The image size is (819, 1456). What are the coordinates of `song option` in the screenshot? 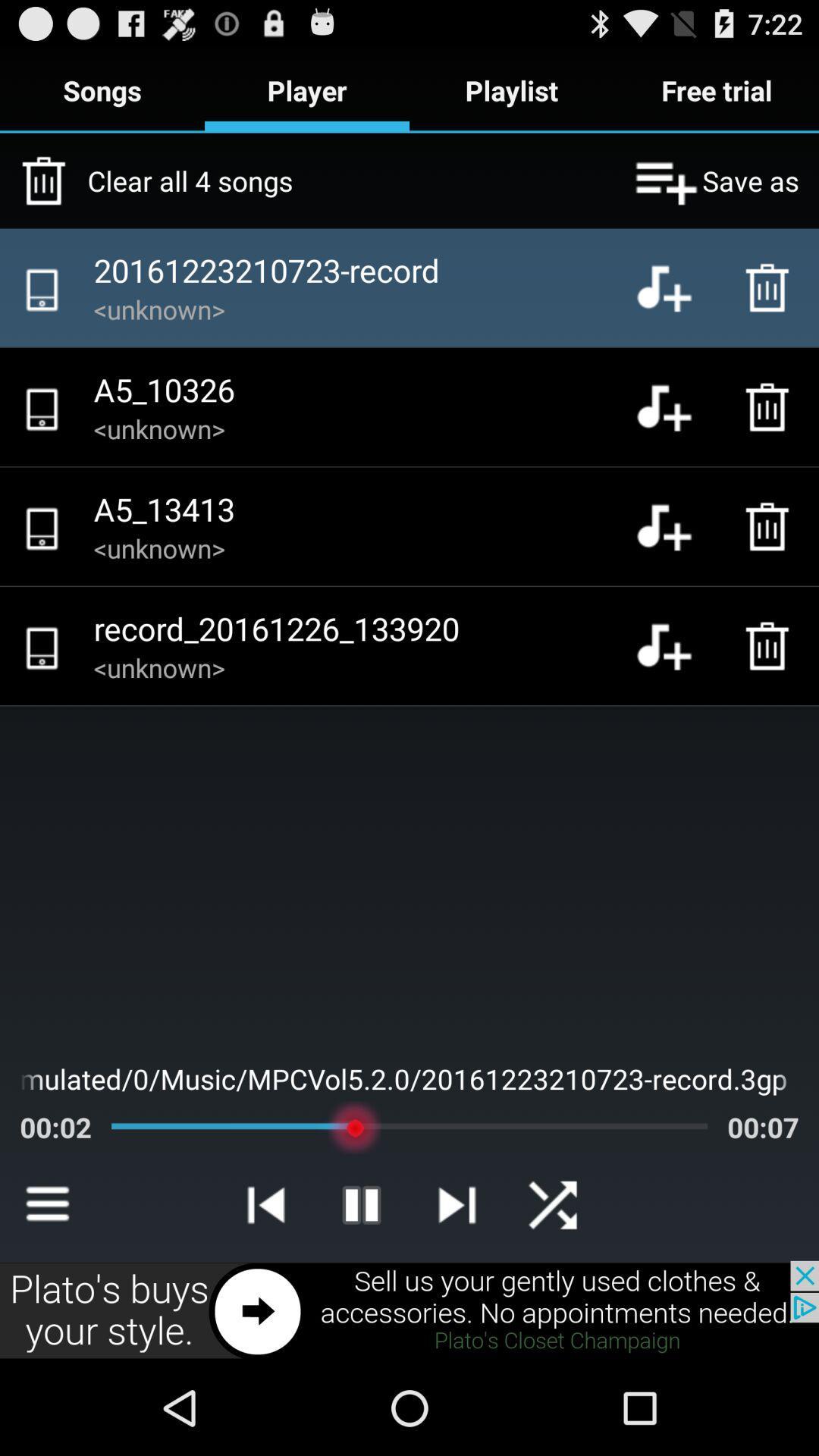 It's located at (675, 526).